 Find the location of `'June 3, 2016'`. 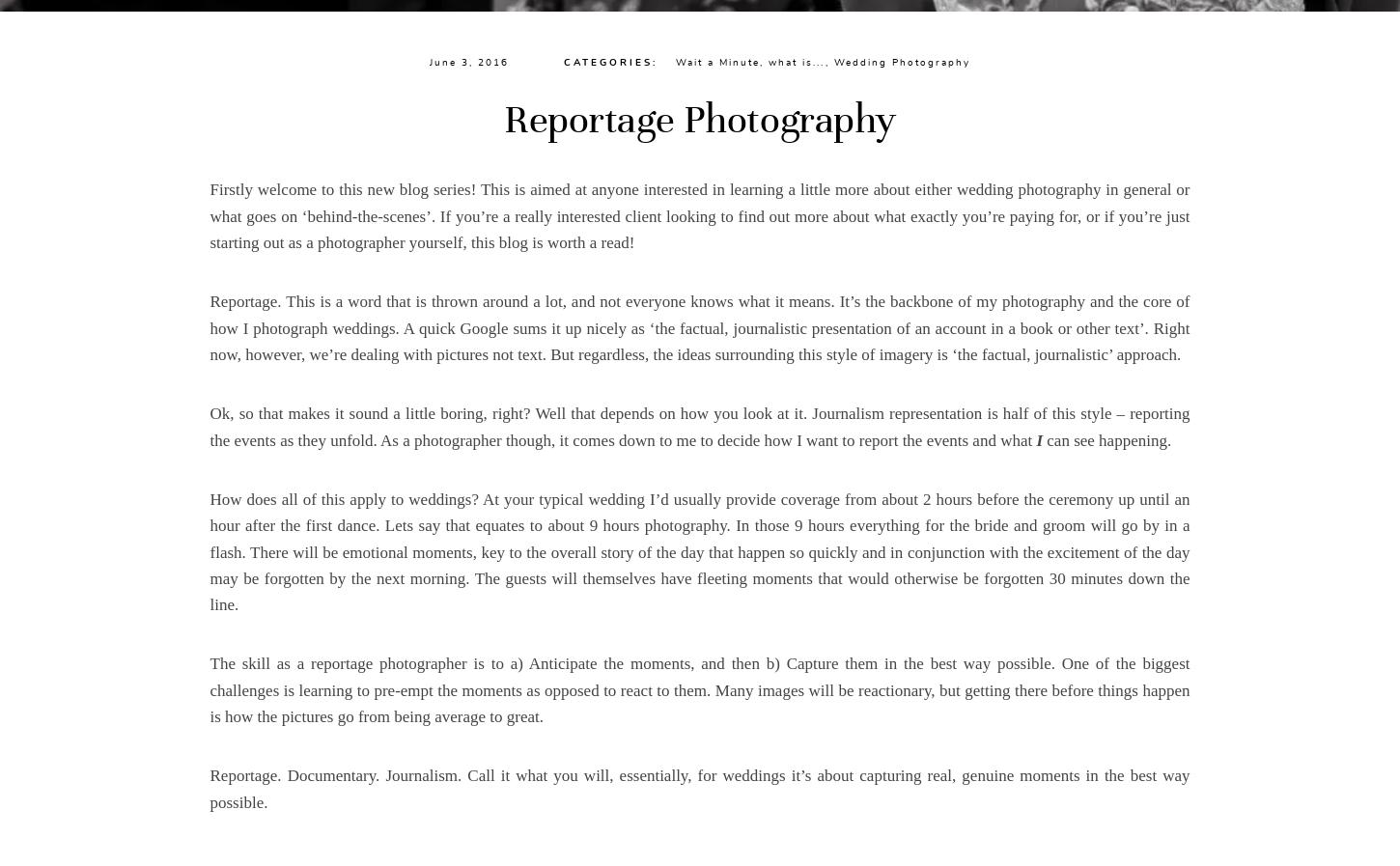

'June 3, 2016' is located at coordinates (468, 62).